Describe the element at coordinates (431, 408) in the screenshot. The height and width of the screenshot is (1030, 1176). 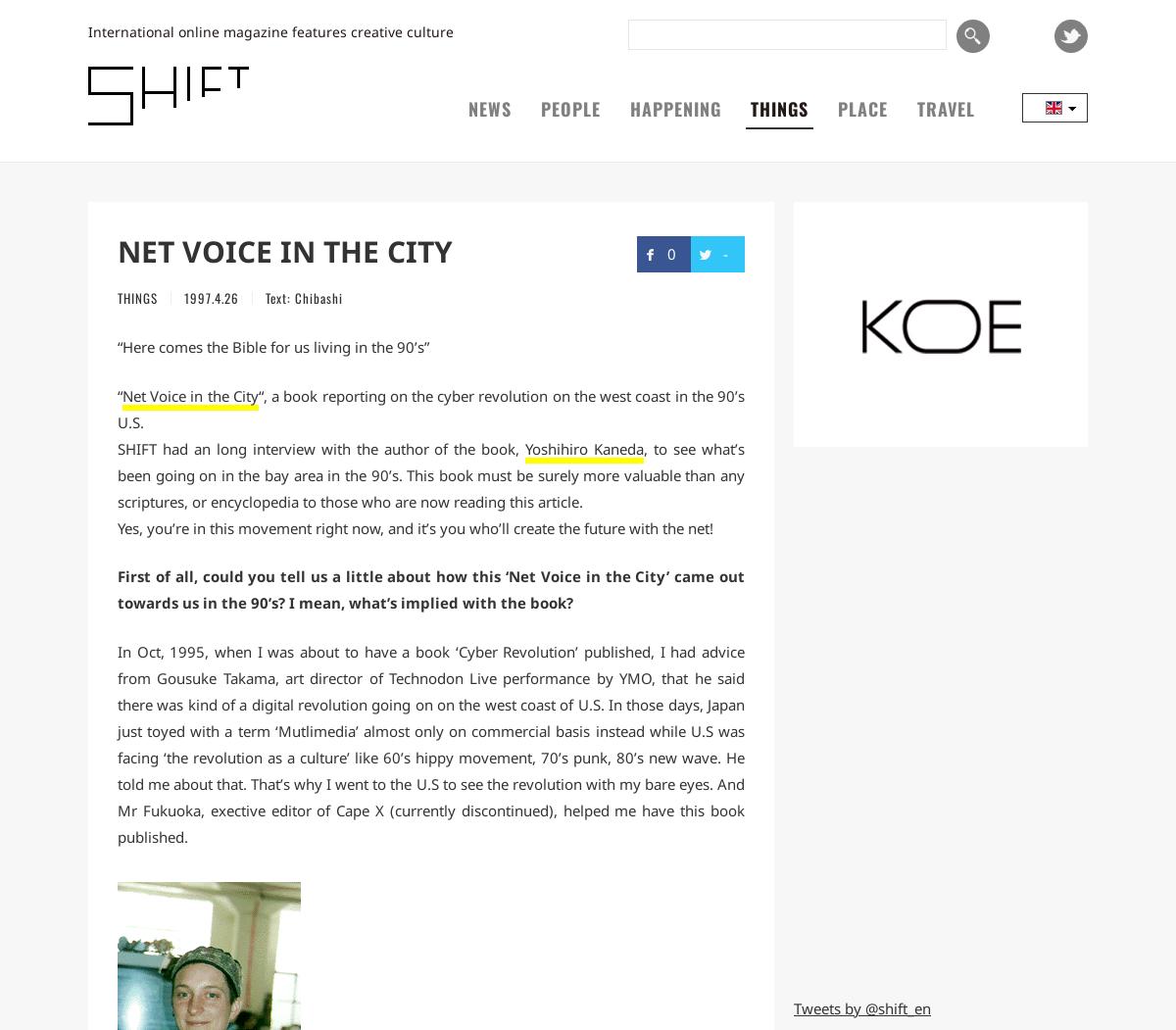
I see `'“, a book reporting on the cyber revolution on the west coast in the 90’s U.S.'` at that location.